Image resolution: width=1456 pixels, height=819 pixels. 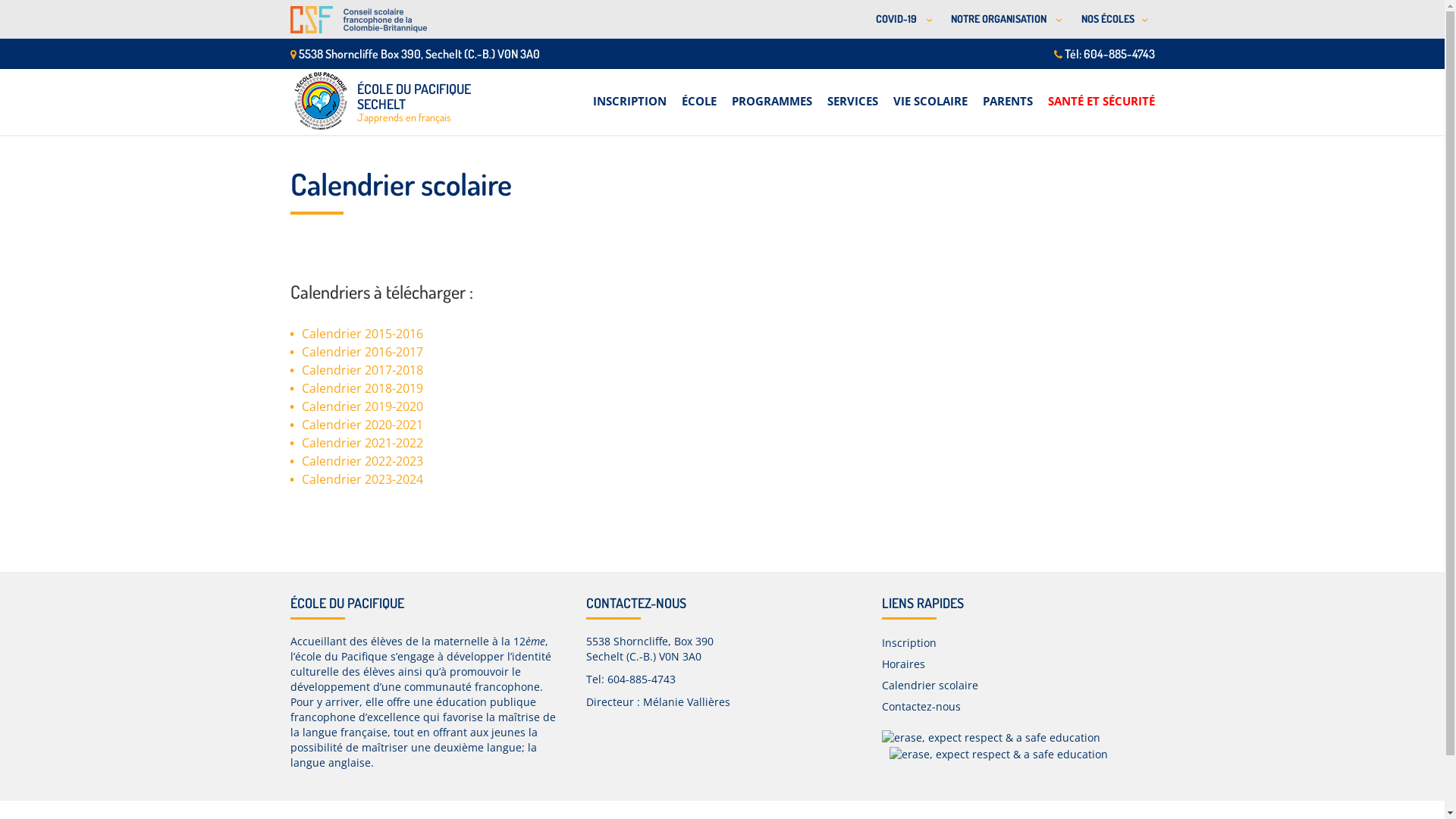 What do you see at coordinates (362, 460) in the screenshot?
I see `'Calendrier 2022-2023'` at bounding box center [362, 460].